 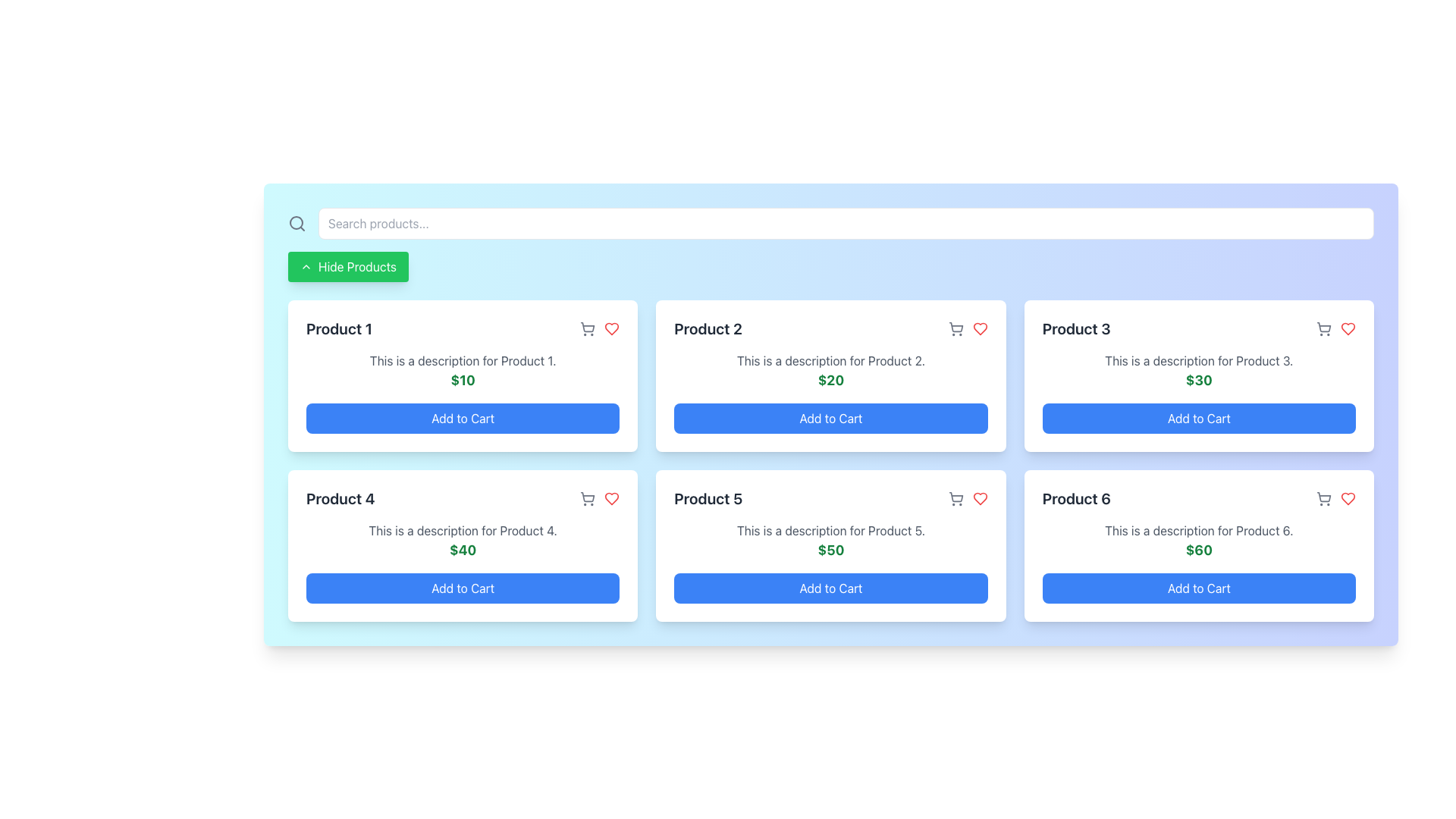 What do you see at coordinates (830, 587) in the screenshot?
I see `the blue 'Add to Cart' button with rounded corners located at the bottom of the Product 5 card` at bounding box center [830, 587].